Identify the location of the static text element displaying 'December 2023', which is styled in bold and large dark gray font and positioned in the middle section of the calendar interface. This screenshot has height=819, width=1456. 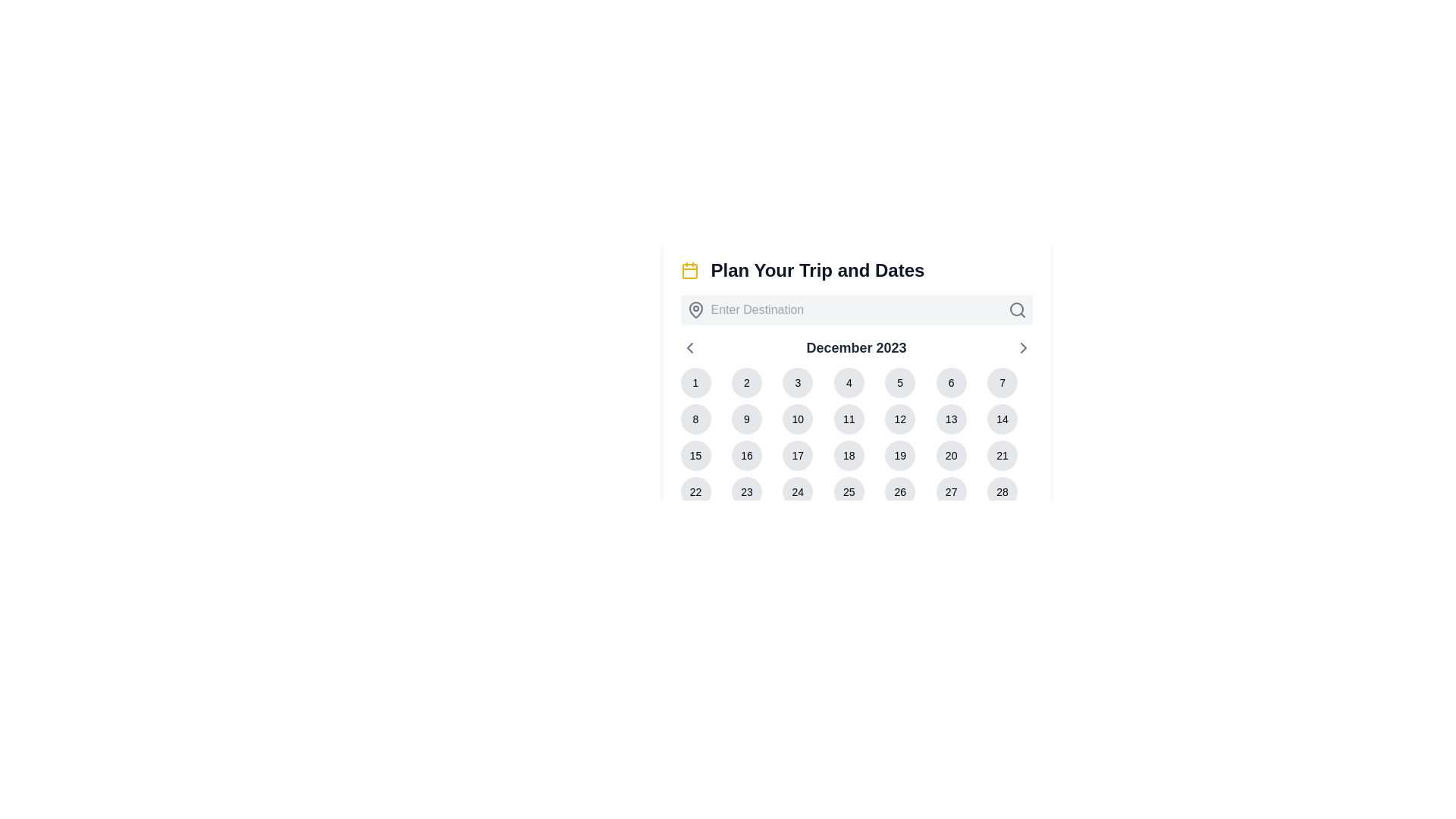
(856, 348).